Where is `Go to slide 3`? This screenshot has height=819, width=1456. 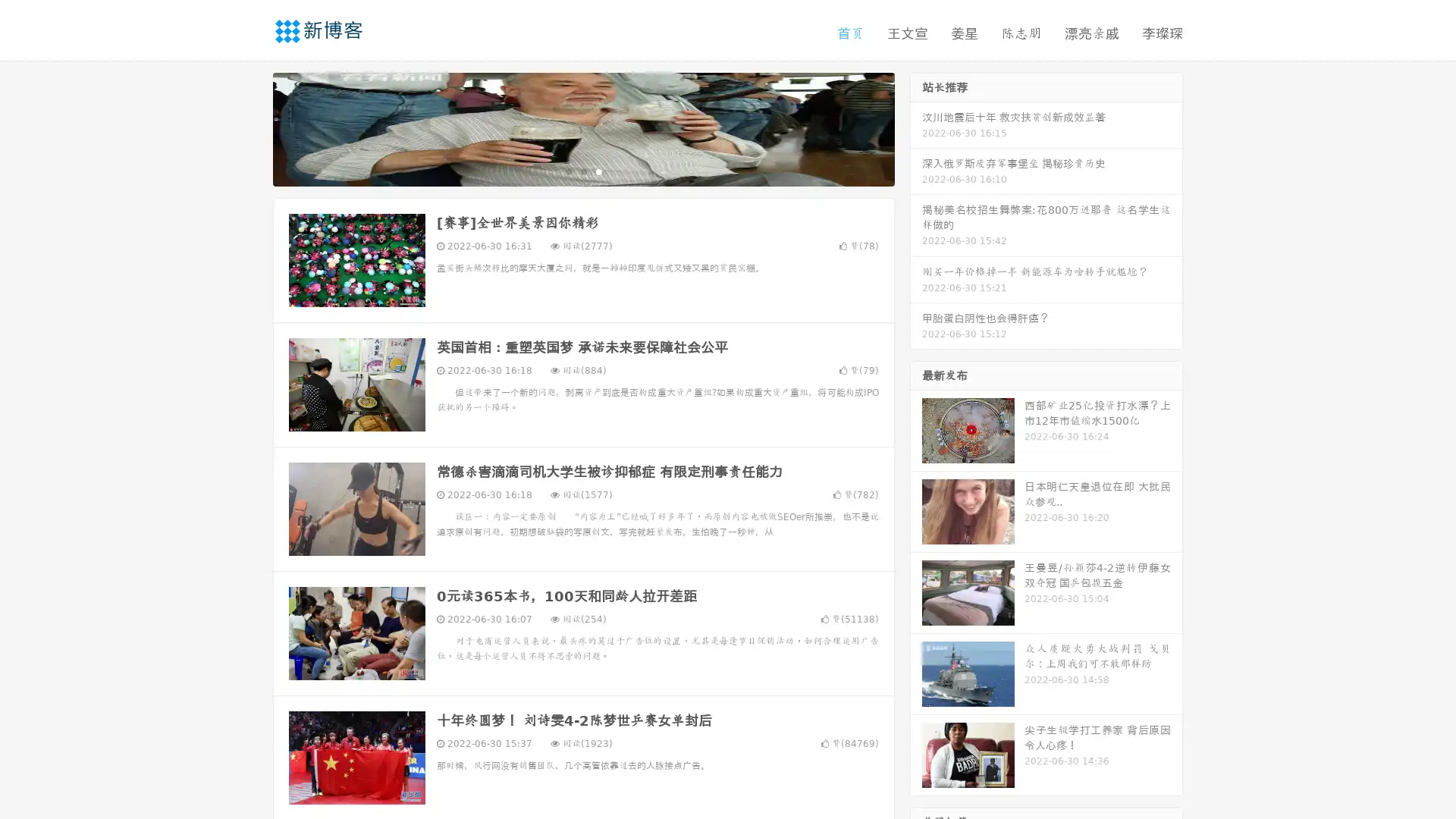
Go to slide 3 is located at coordinates (598, 171).